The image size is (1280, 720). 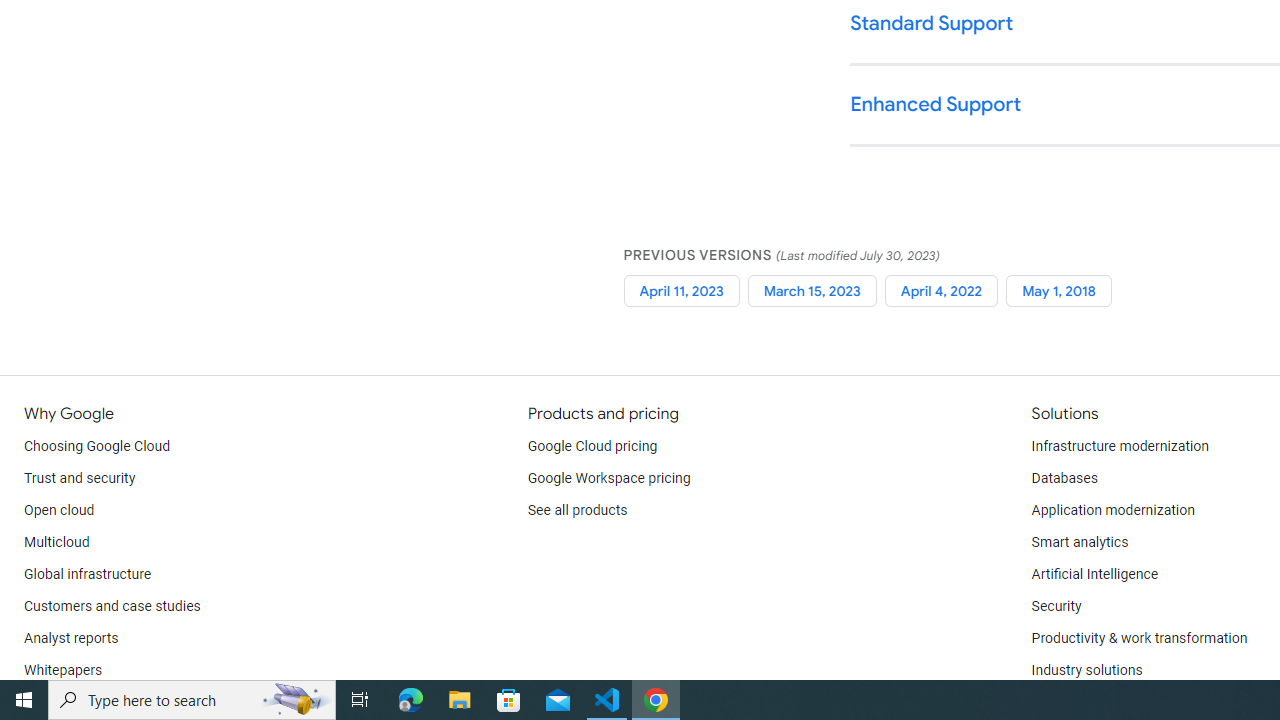 I want to click on 'Productivity & work transformation', so click(x=1139, y=639).